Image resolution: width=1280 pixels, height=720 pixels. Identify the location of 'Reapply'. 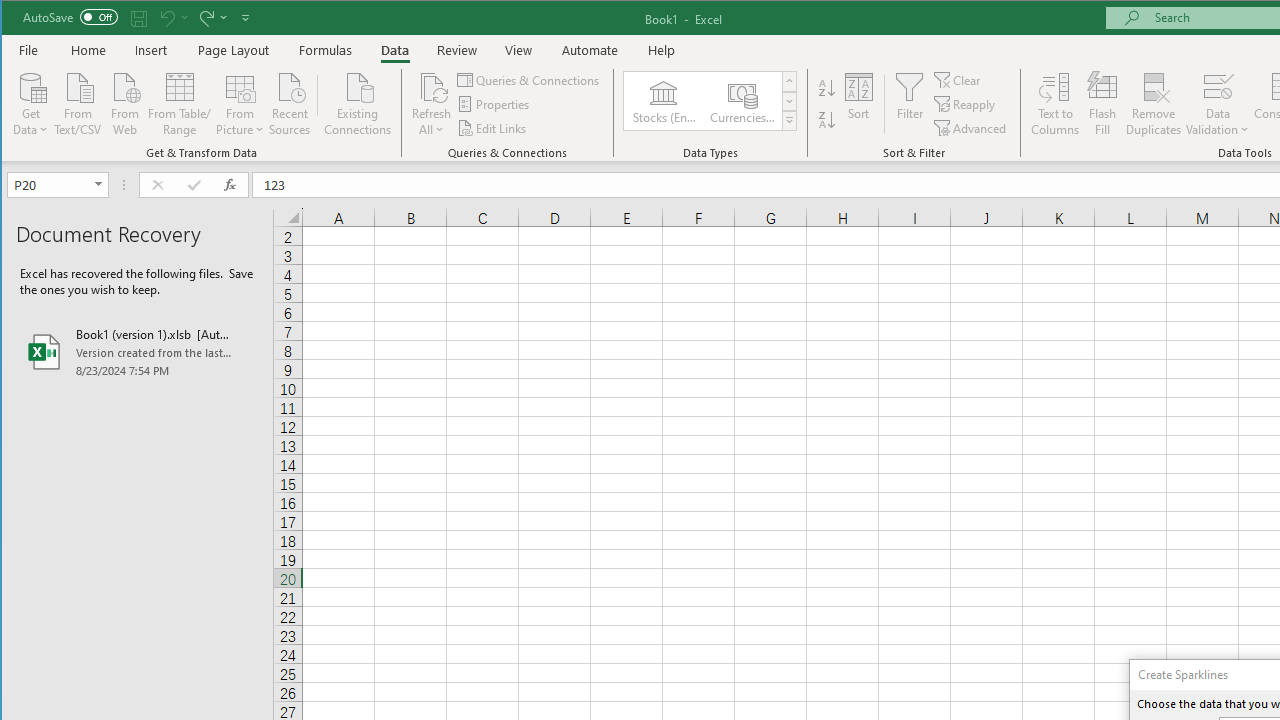
(966, 104).